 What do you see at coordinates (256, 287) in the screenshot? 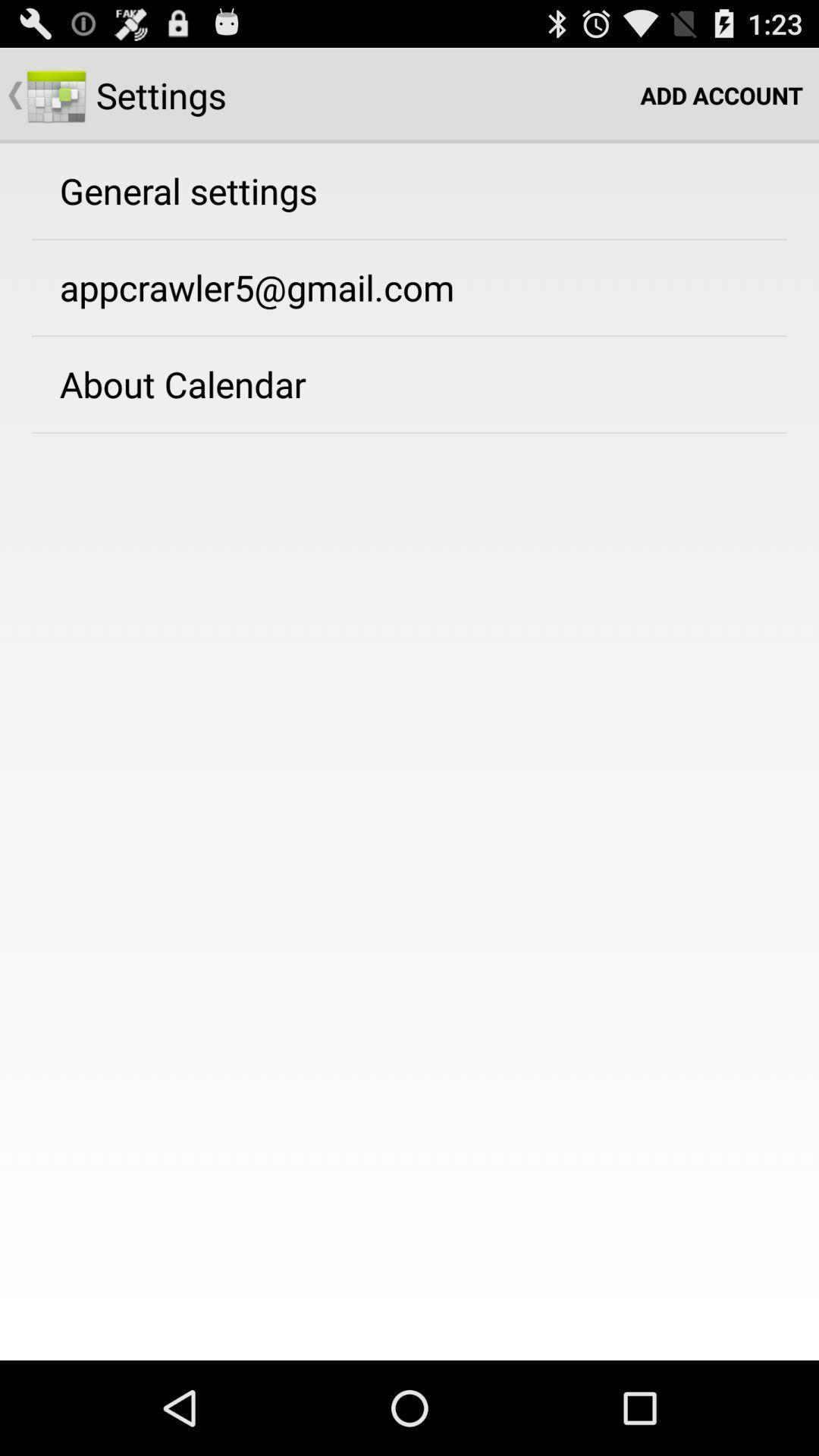
I see `the app below general settings icon` at bounding box center [256, 287].